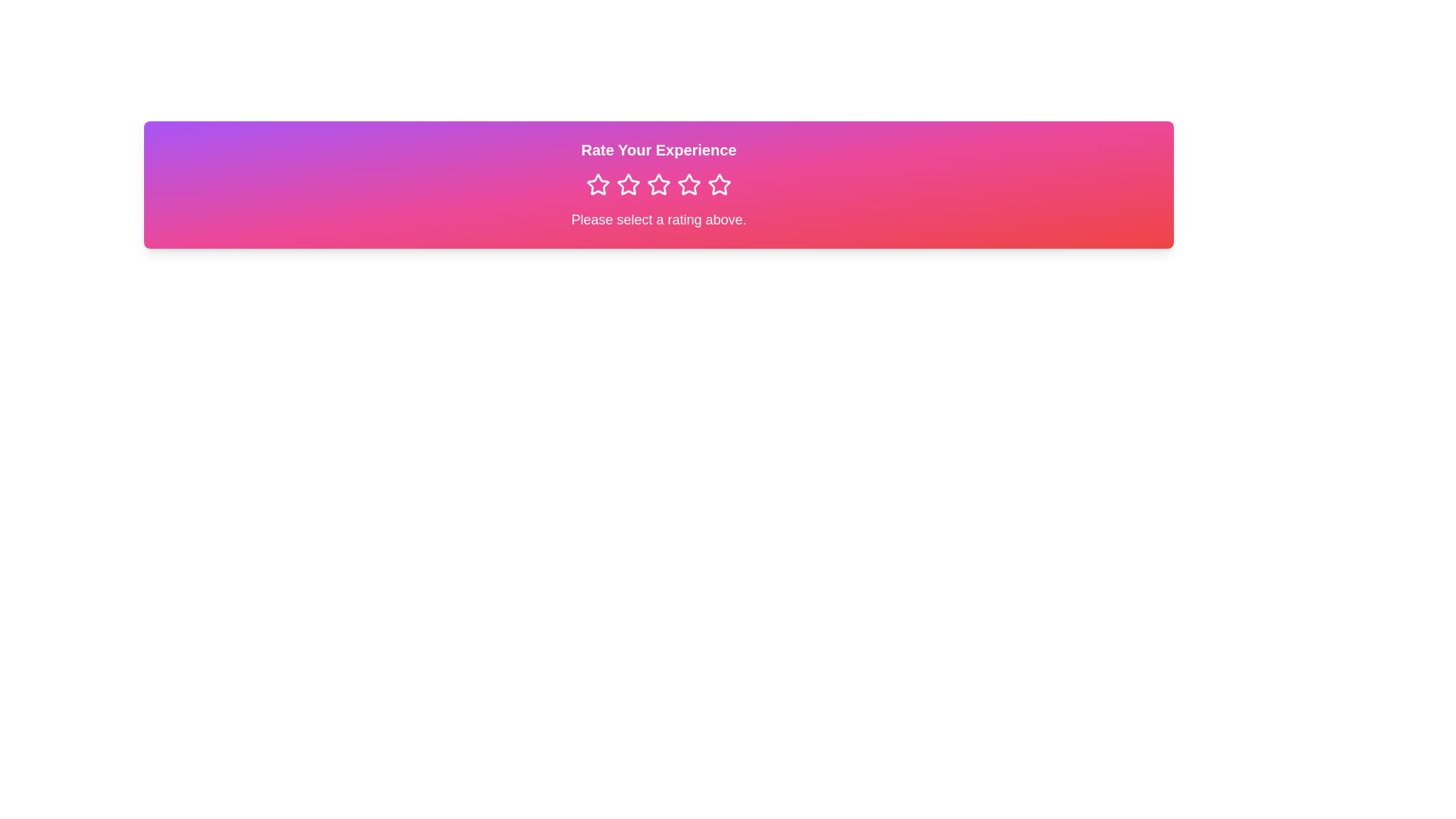 The height and width of the screenshot is (819, 1456). I want to click on the fourth star icon in the rating interface, so click(719, 184).